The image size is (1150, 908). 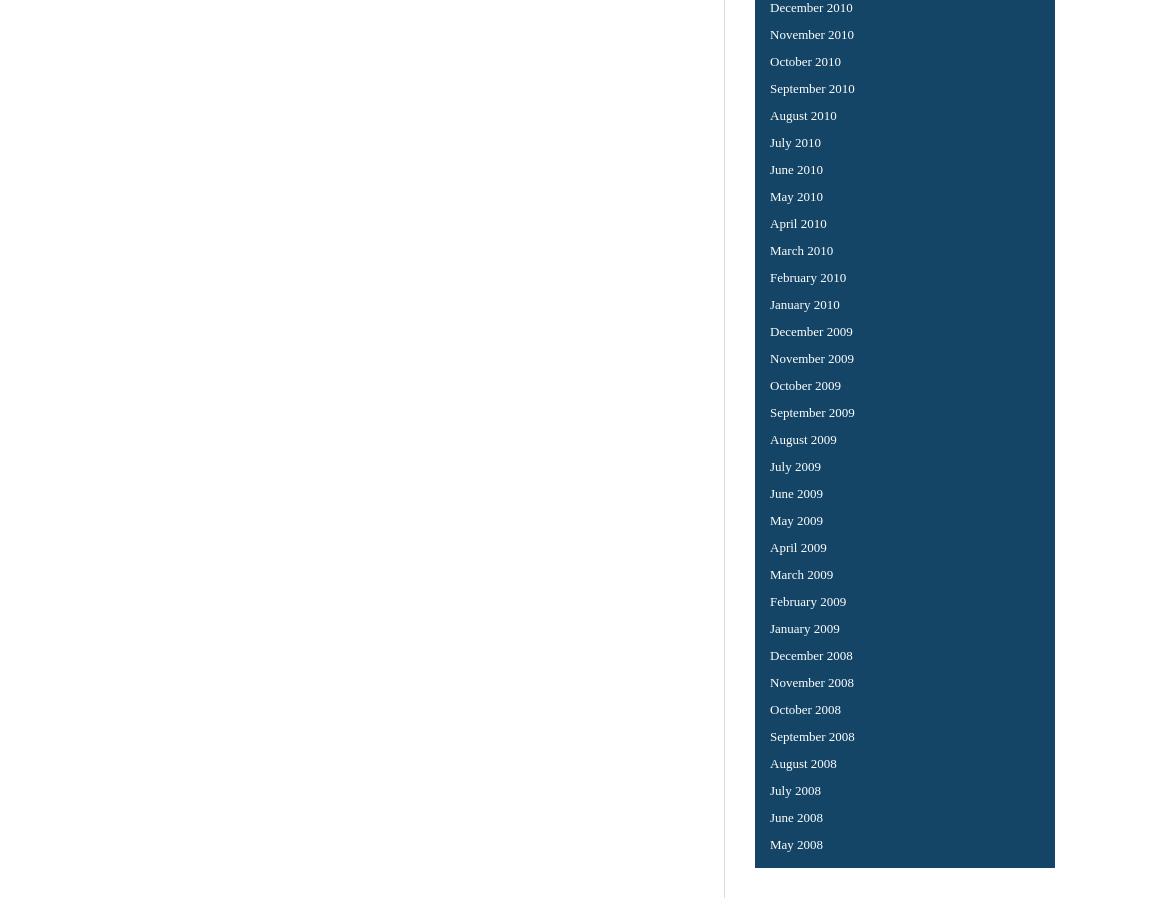 I want to click on 'November 2010', so click(x=811, y=32).